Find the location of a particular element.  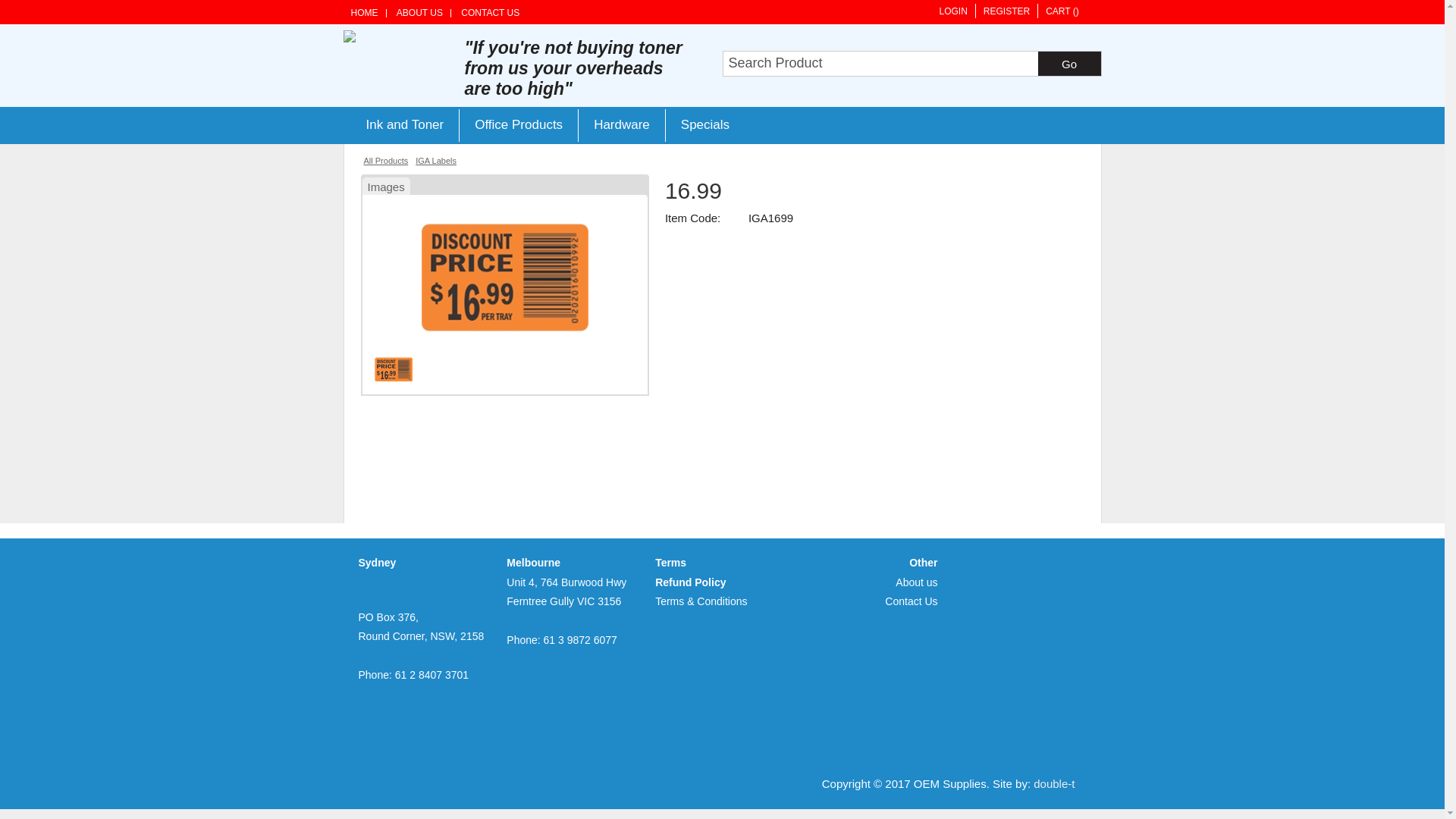

'All Products' is located at coordinates (386, 161).